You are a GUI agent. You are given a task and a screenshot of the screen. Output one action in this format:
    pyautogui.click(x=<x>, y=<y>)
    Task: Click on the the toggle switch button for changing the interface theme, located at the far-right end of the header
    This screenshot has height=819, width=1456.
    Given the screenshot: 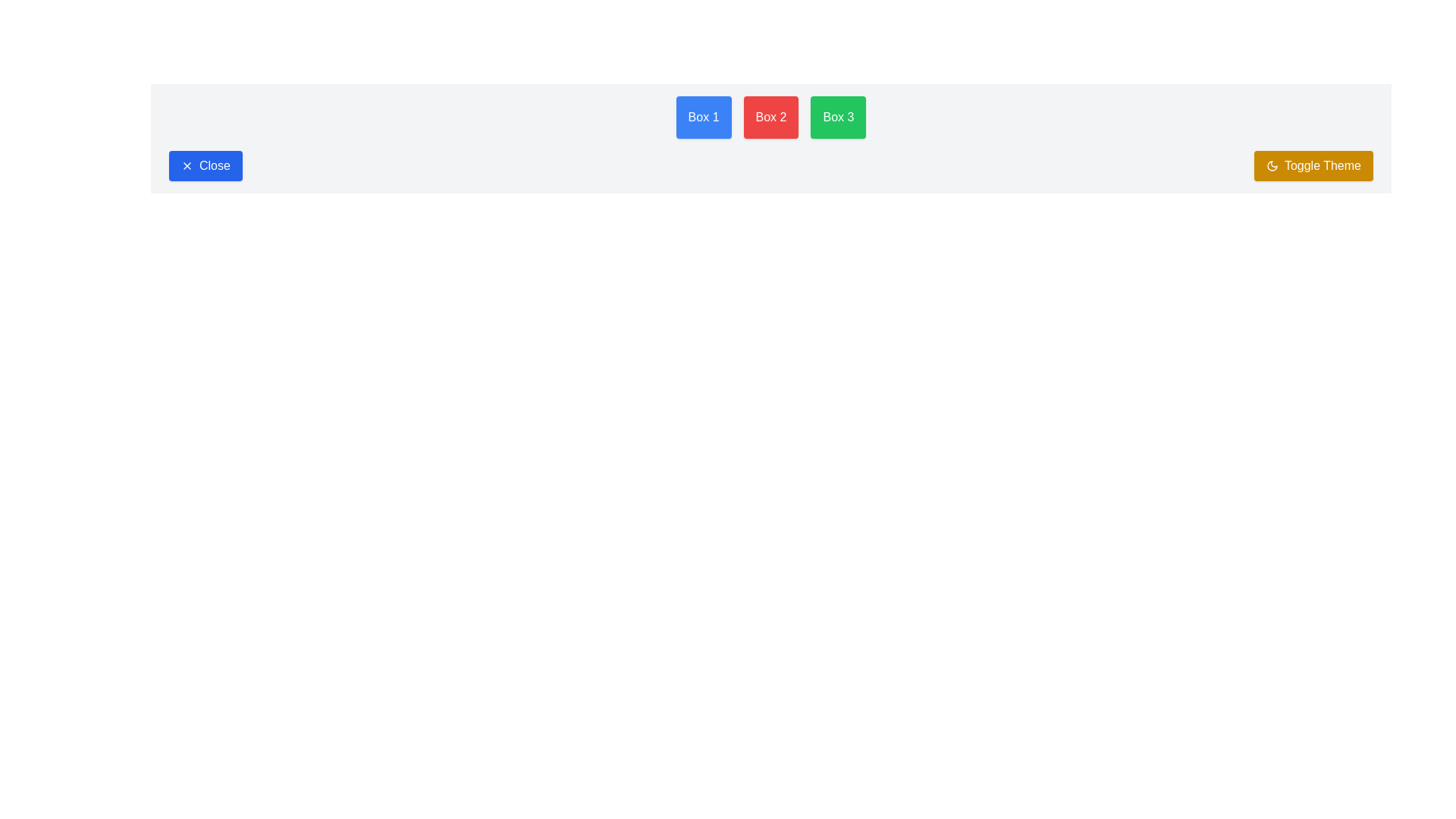 What is the action you would take?
    pyautogui.click(x=1313, y=166)
    